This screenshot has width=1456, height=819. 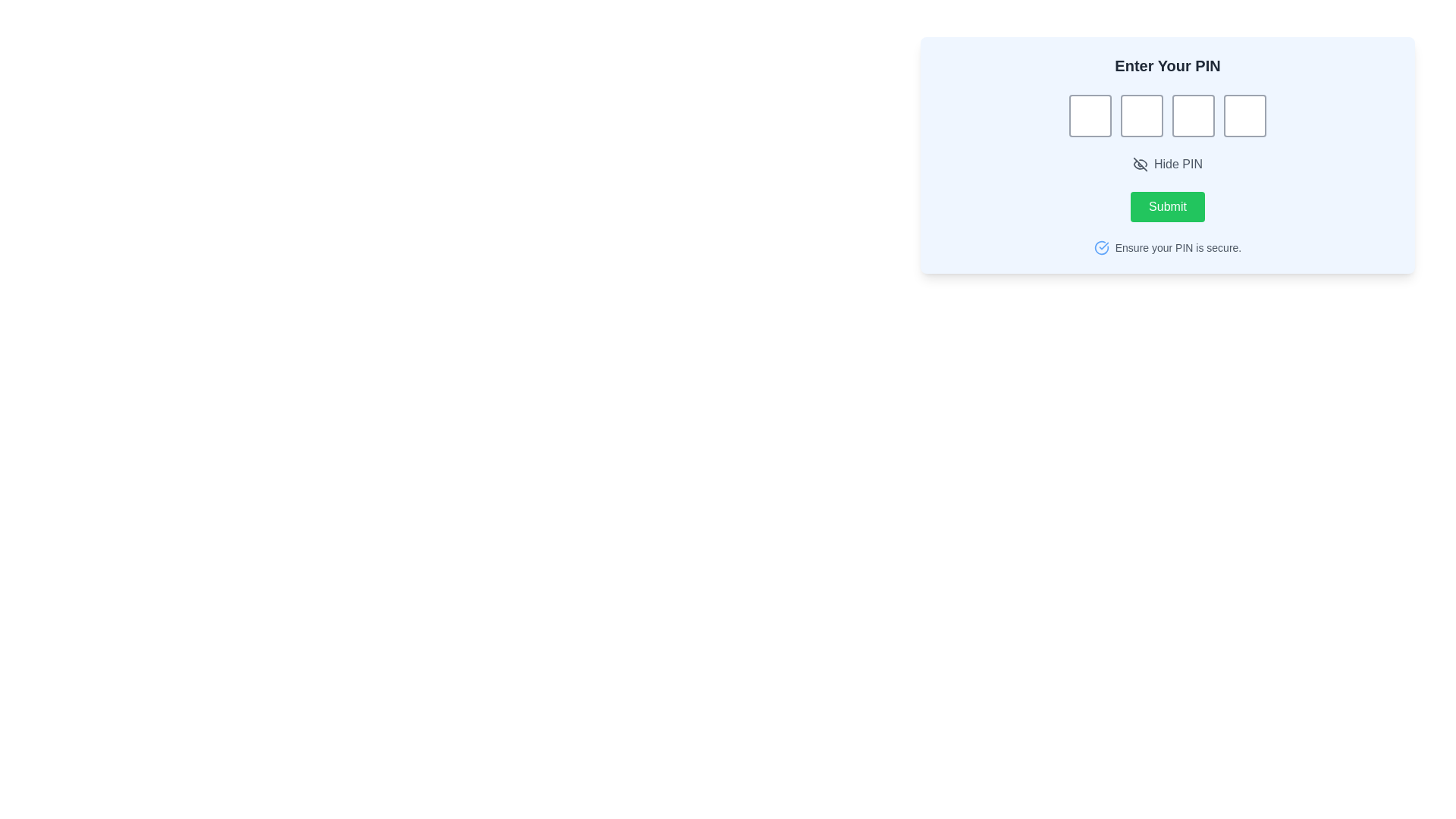 I want to click on the 'Hide PIN' toggle button, which is a rectangular interactive area located below the PIN input fields and features an eye icon to its left, so click(x=1167, y=155).